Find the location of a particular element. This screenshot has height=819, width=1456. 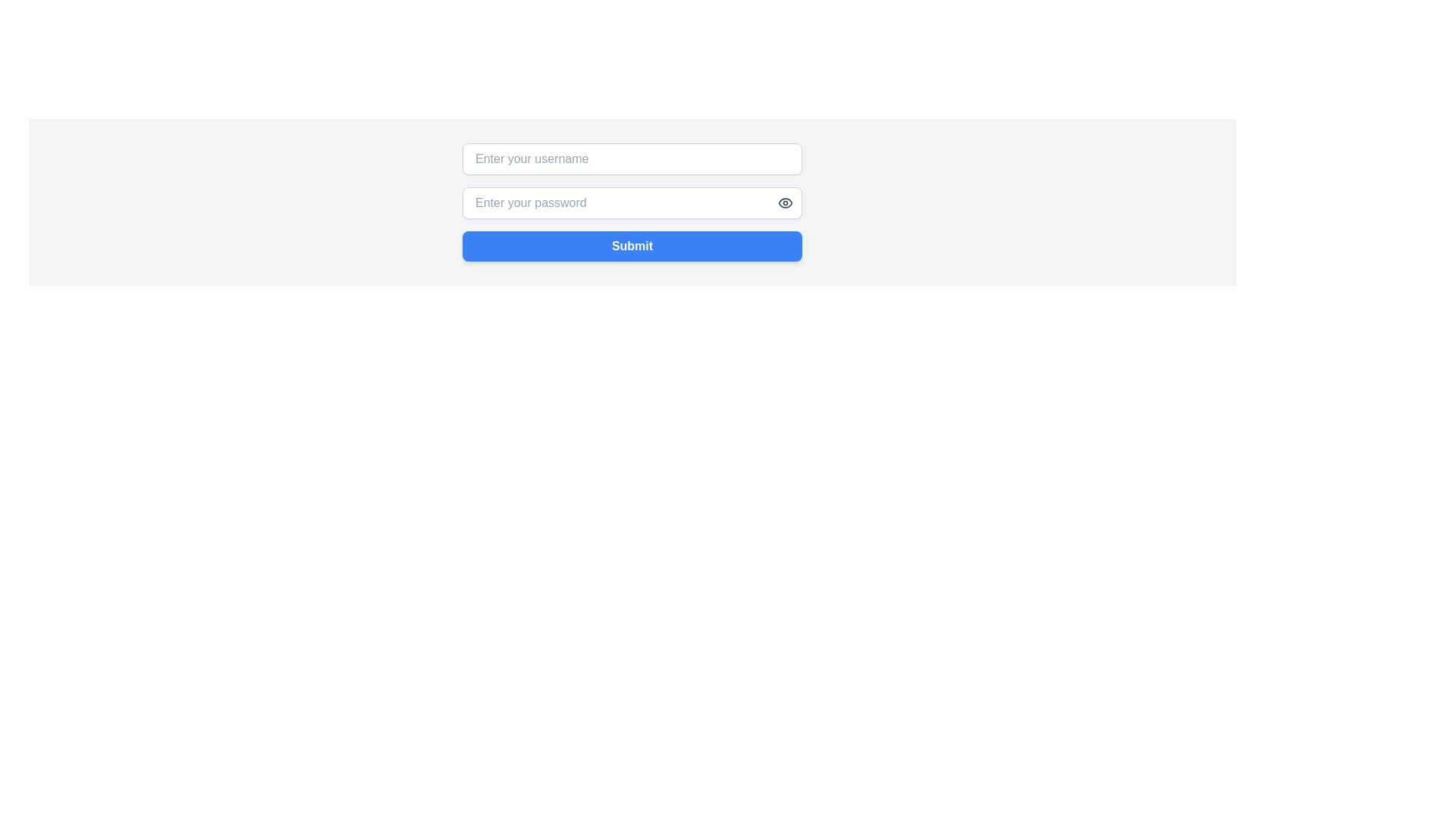

the eye-shaped password visibility toggle icon, which is gray and outlined, positioned towards the right edge of the password input field, to check the visual indication of the password visibility state is located at coordinates (786, 202).